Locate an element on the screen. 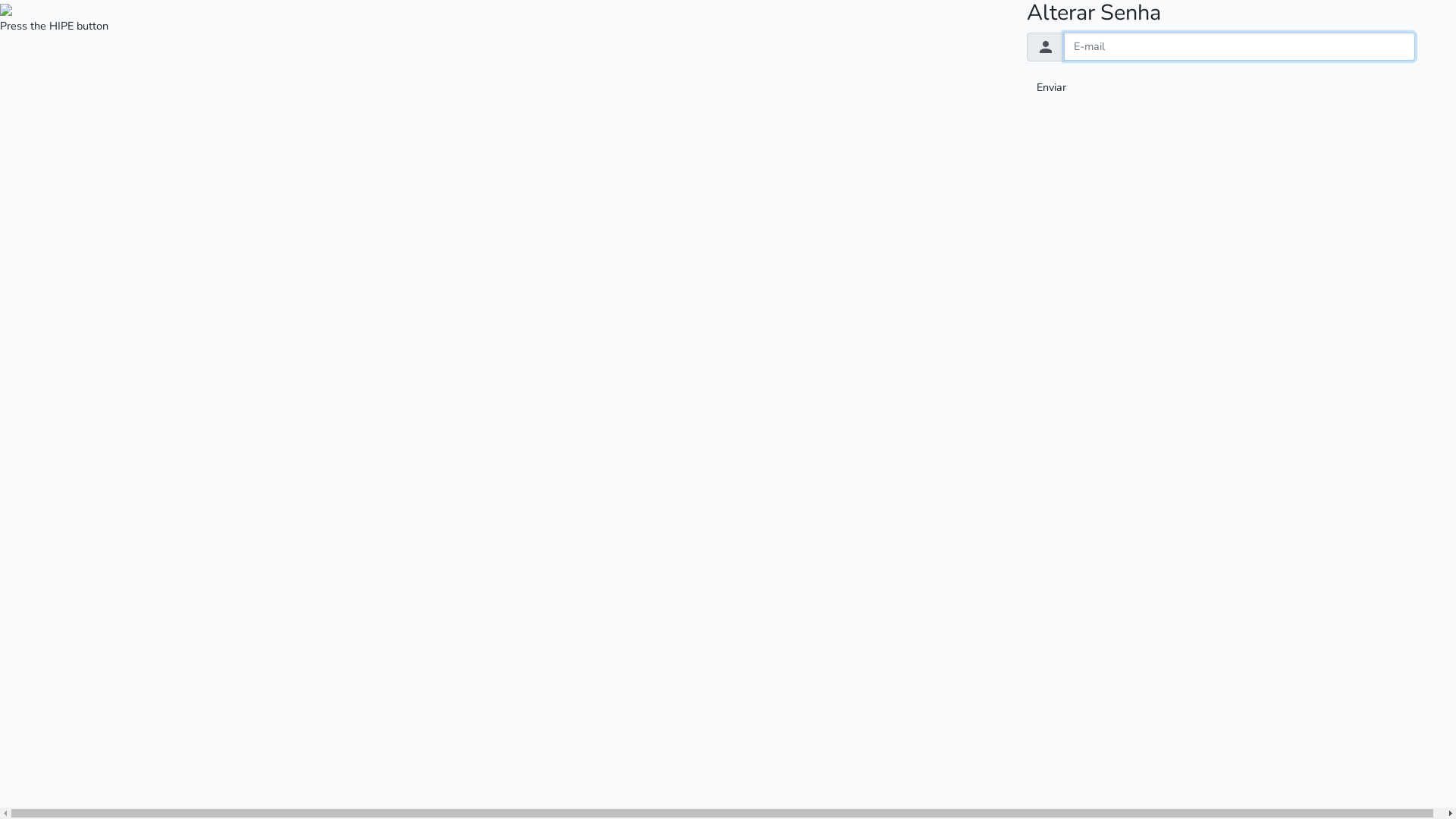  'Enviar' is located at coordinates (1026, 87).